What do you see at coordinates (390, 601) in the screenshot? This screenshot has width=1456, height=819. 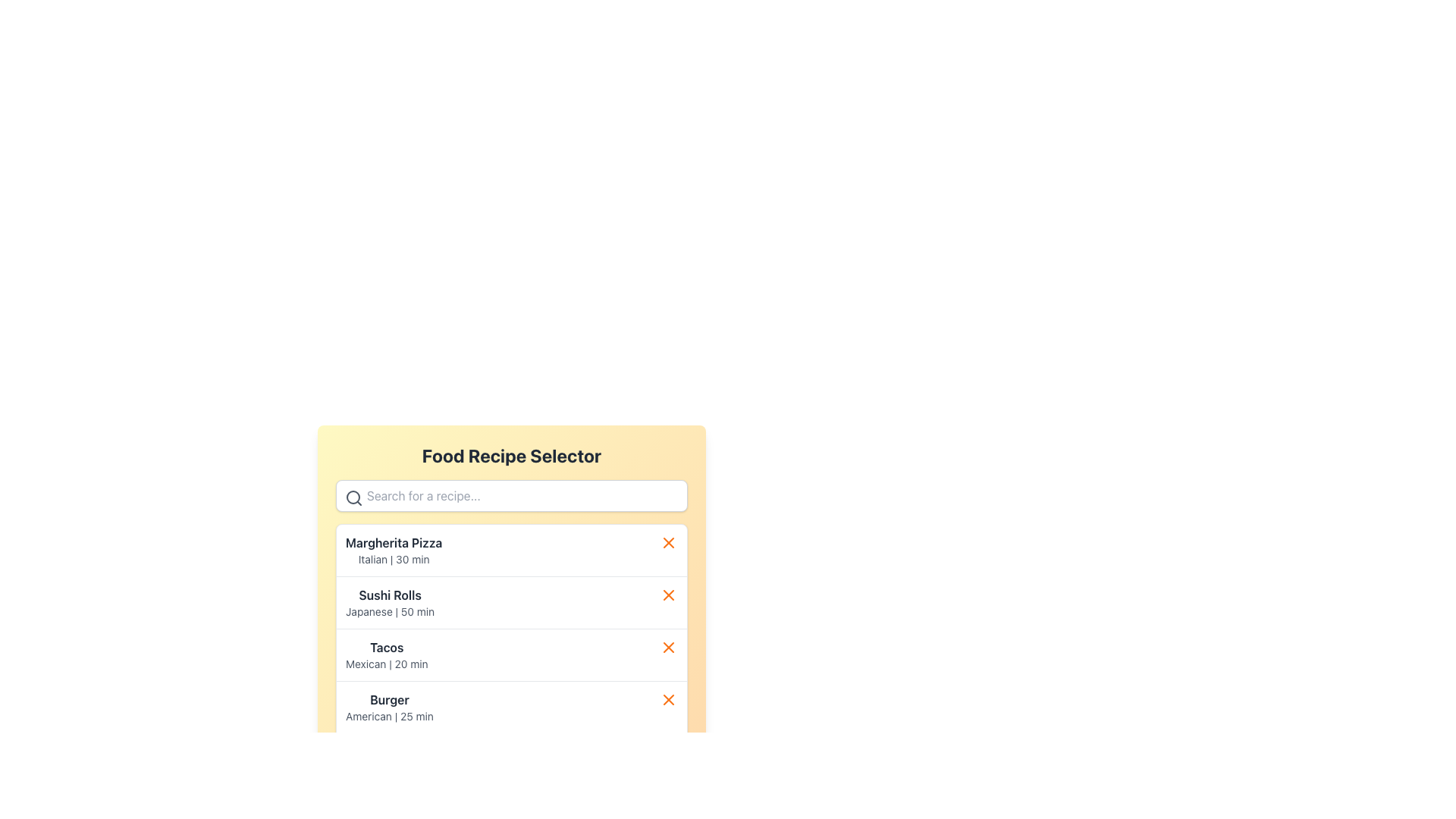 I see `the second selectable list item in the 'Food Recipe Selector' panel, which provides details about a recipe, positioned between 'Margherita Pizza' and 'Tacos'` at bounding box center [390, 601].